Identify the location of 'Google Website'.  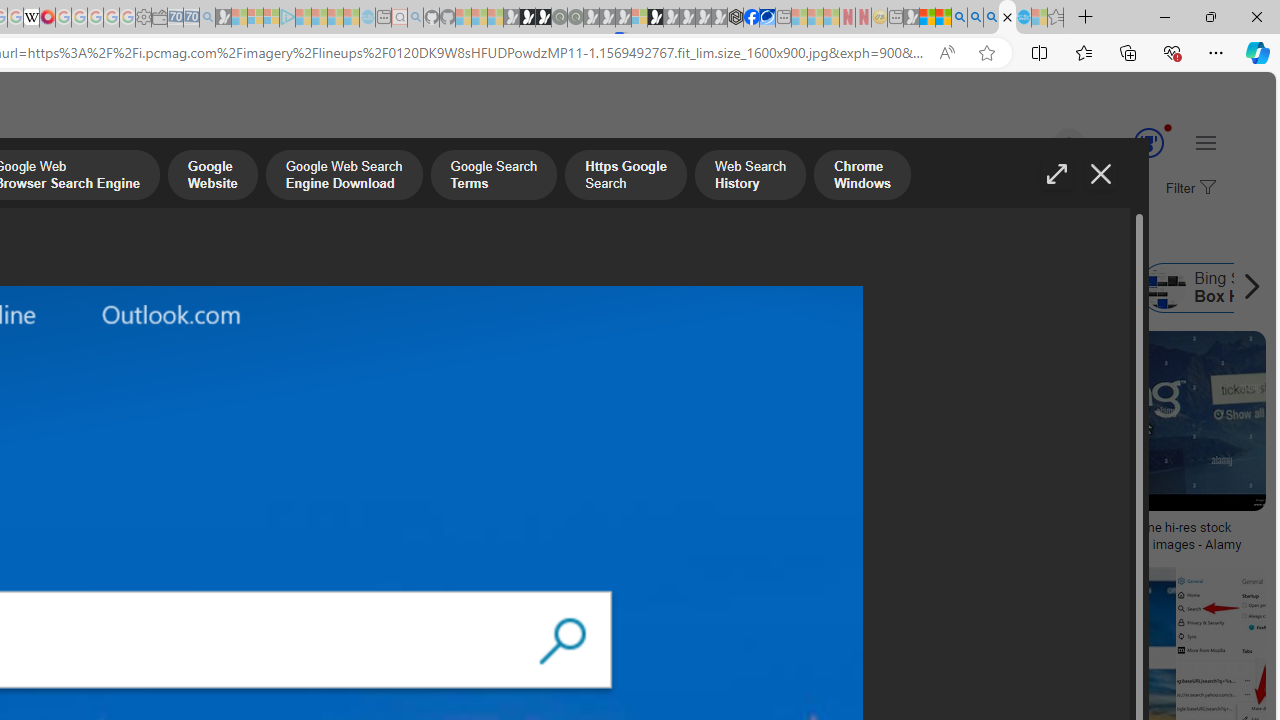
(212, 176).